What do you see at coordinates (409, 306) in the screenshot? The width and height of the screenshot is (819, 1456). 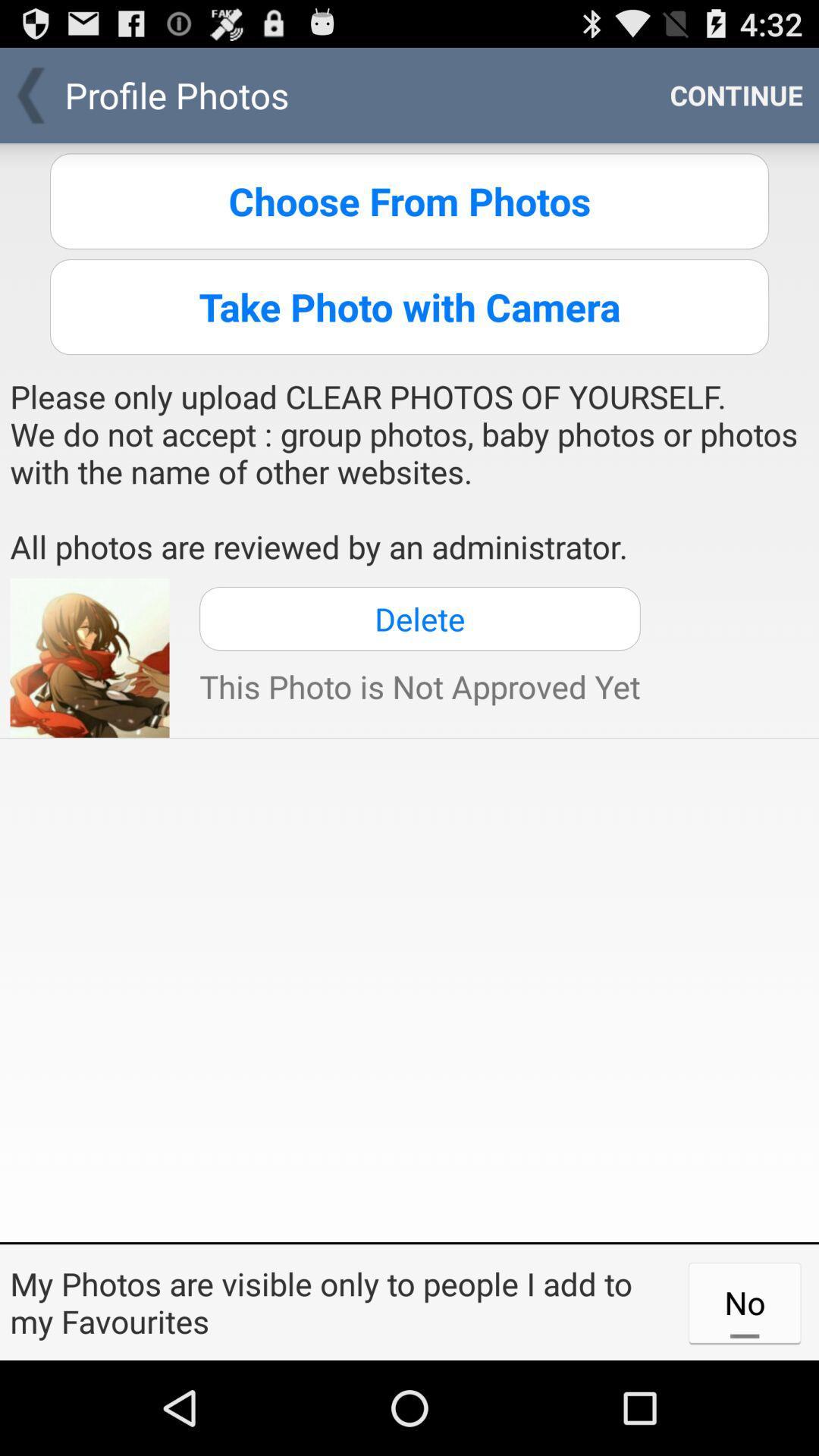 I see `the text take photo with camera` at bounding box center [409, 306].